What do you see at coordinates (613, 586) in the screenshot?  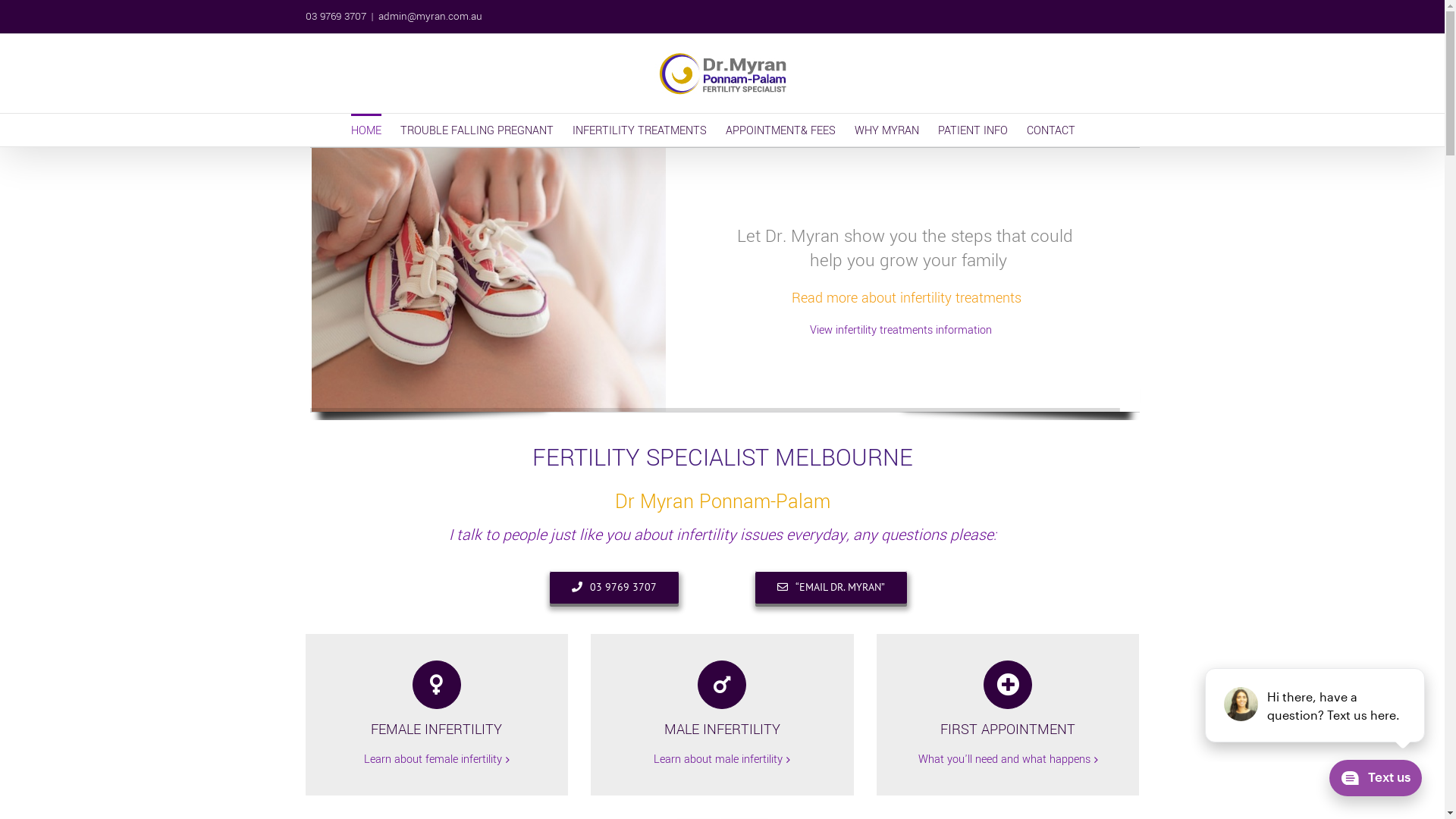 I see `'03 9769 3707'` at bounding box center [613, 586].